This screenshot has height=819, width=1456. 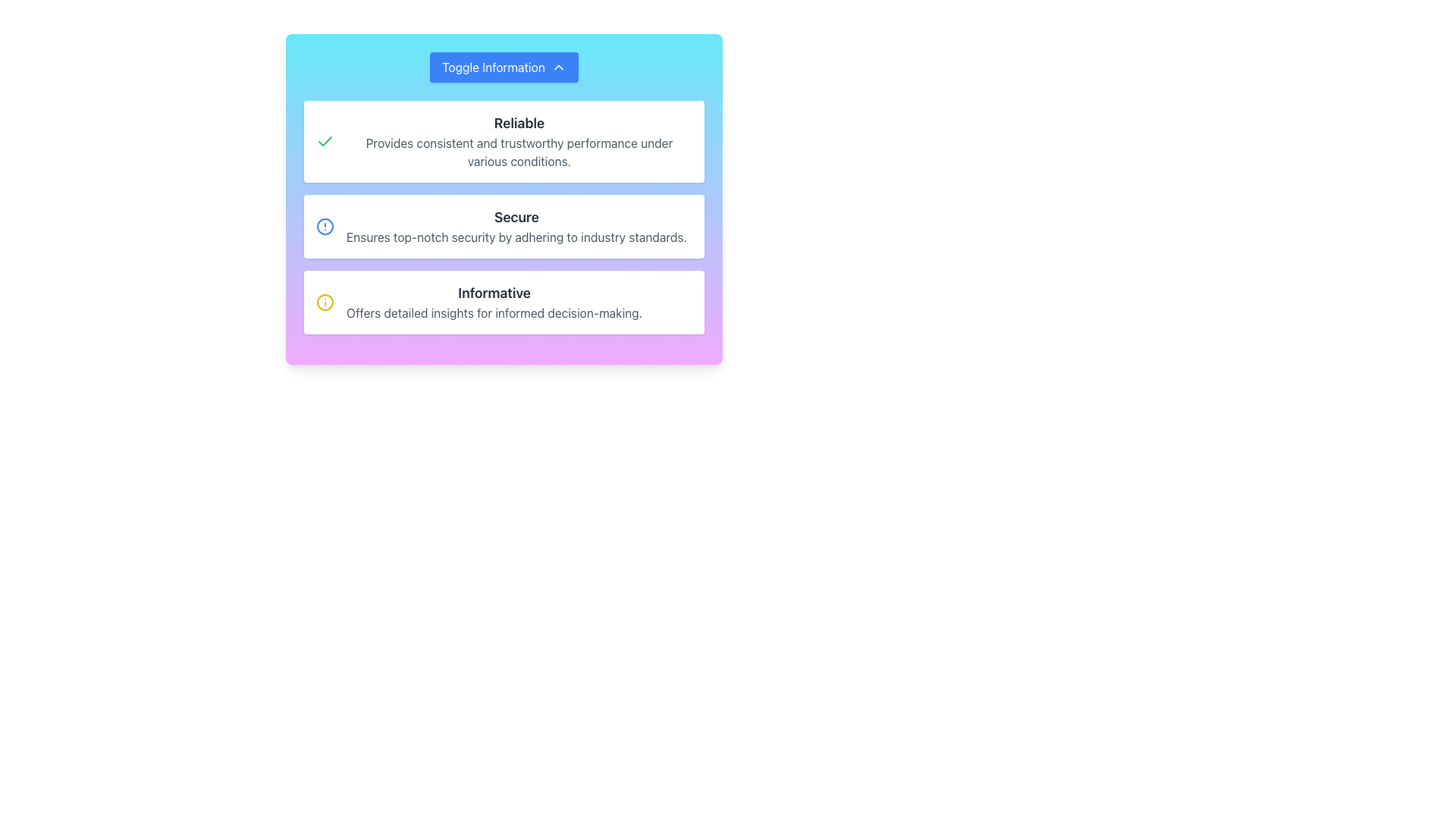 What do you see at coordinates (324, 141) in the screenshot?
I see `the success icon indicating correctness associated with the 'Reliable' label, located within the first list item of a card` at bounding box center [324, 141].